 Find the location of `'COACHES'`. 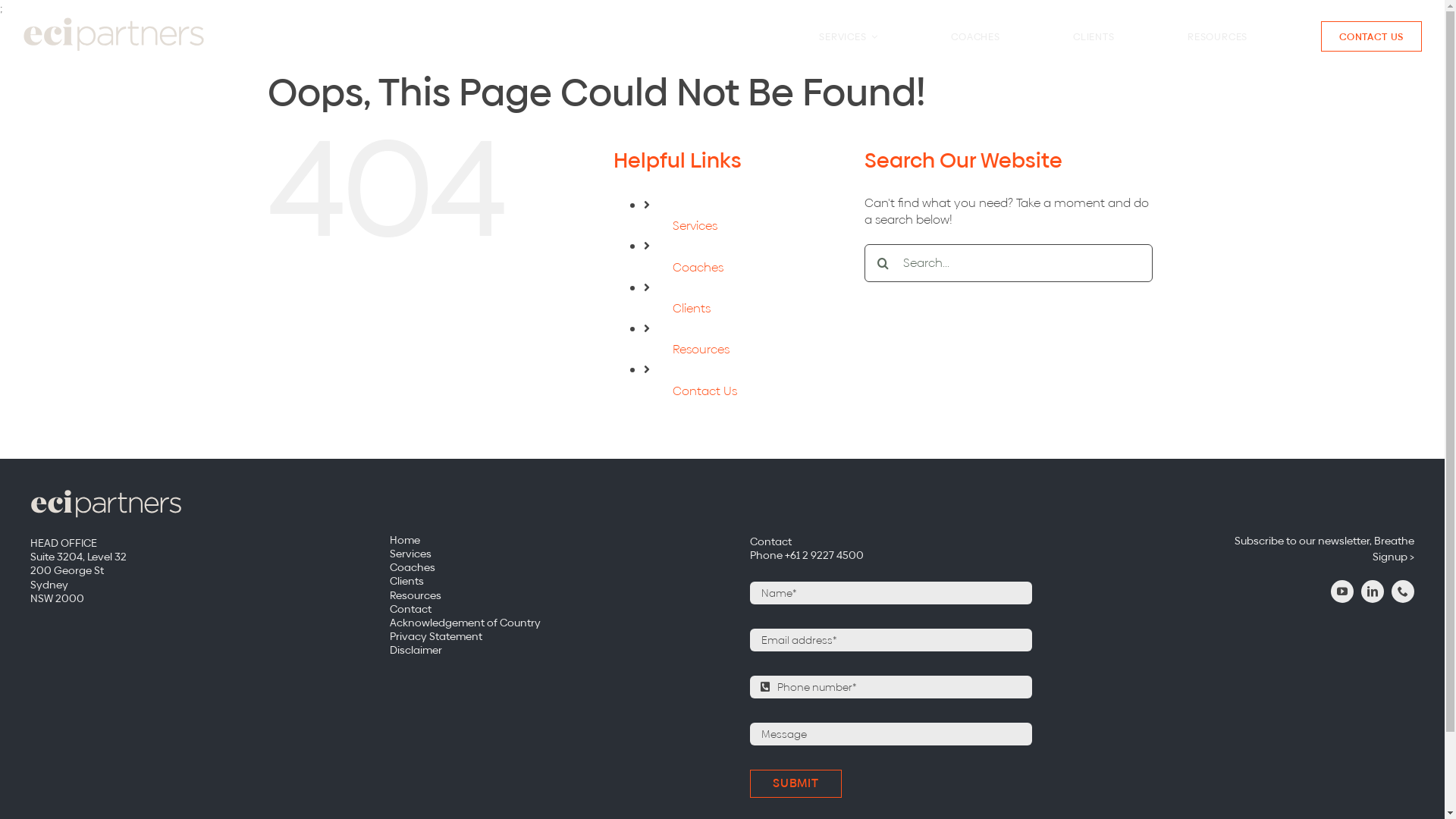

'COACHES' is located at coordinates (975, 35).